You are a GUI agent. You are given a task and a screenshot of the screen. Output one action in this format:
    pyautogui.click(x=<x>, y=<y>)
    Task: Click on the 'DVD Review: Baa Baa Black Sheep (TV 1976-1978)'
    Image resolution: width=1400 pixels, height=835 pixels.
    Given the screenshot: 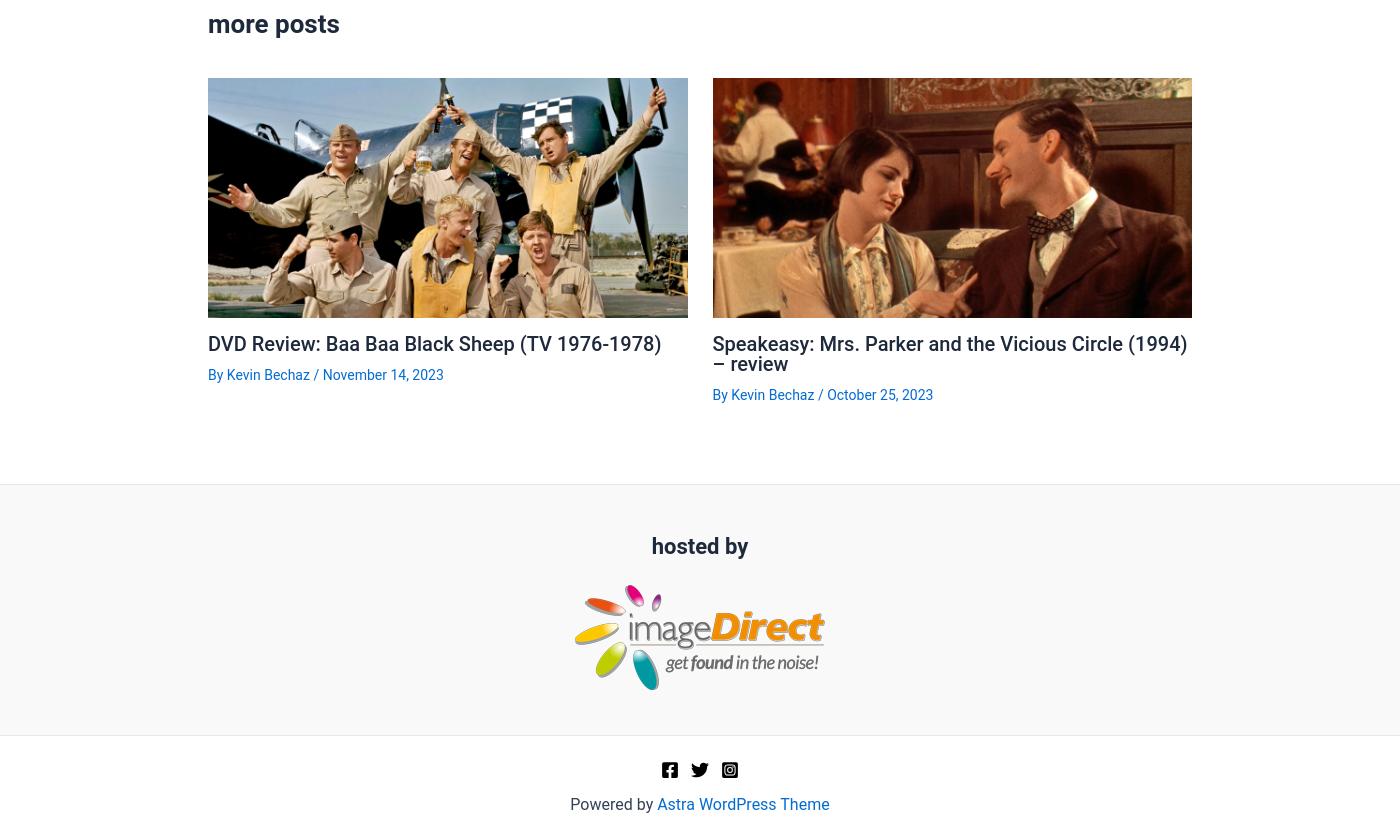 What is the action you would take?
    pyautogui.click(x=434, y=343)
    